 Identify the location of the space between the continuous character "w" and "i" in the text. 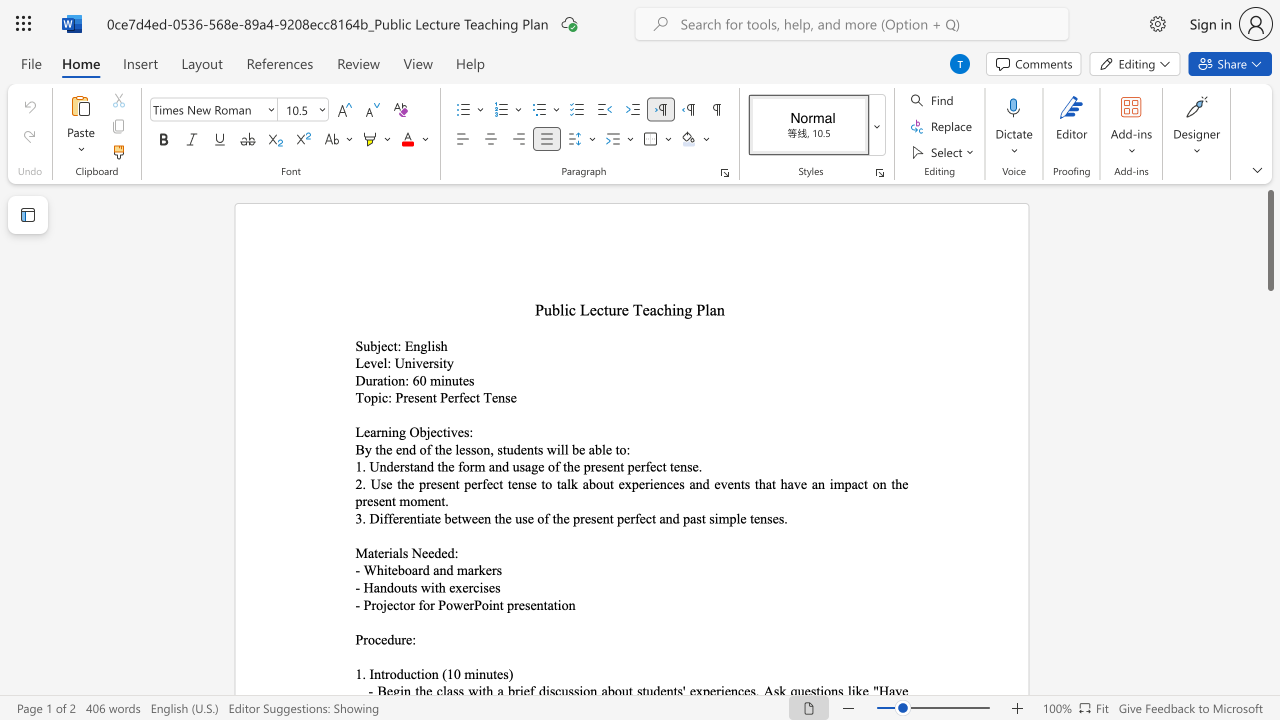
(555, 448).